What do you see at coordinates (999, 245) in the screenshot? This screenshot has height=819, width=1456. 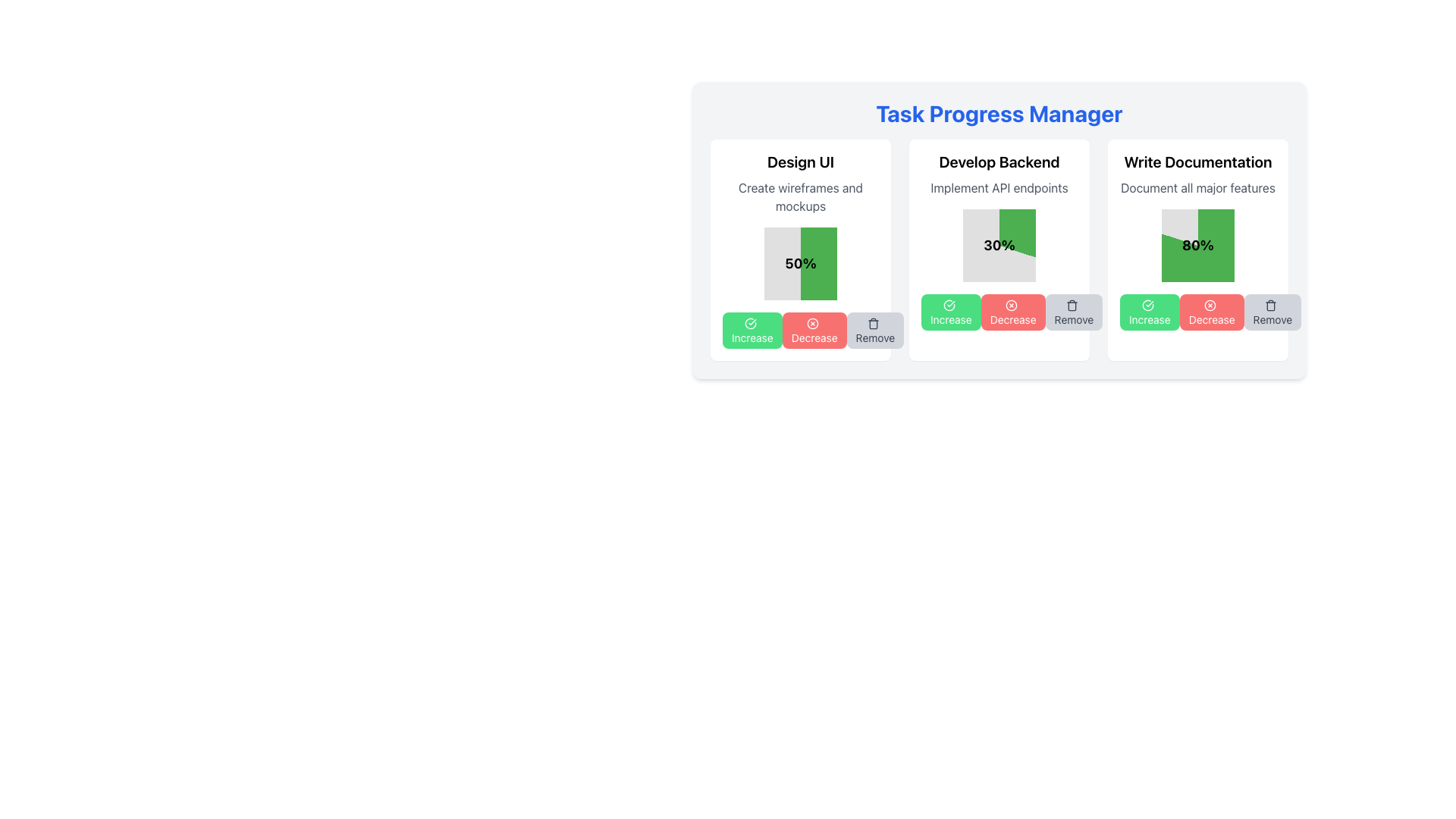 I see `the bold text displaying '30%' which is centered within the square progress chart of the 'Develop Backend' card in the 'Task Progress Manager' dashboard` at bounding box center [999, 245].